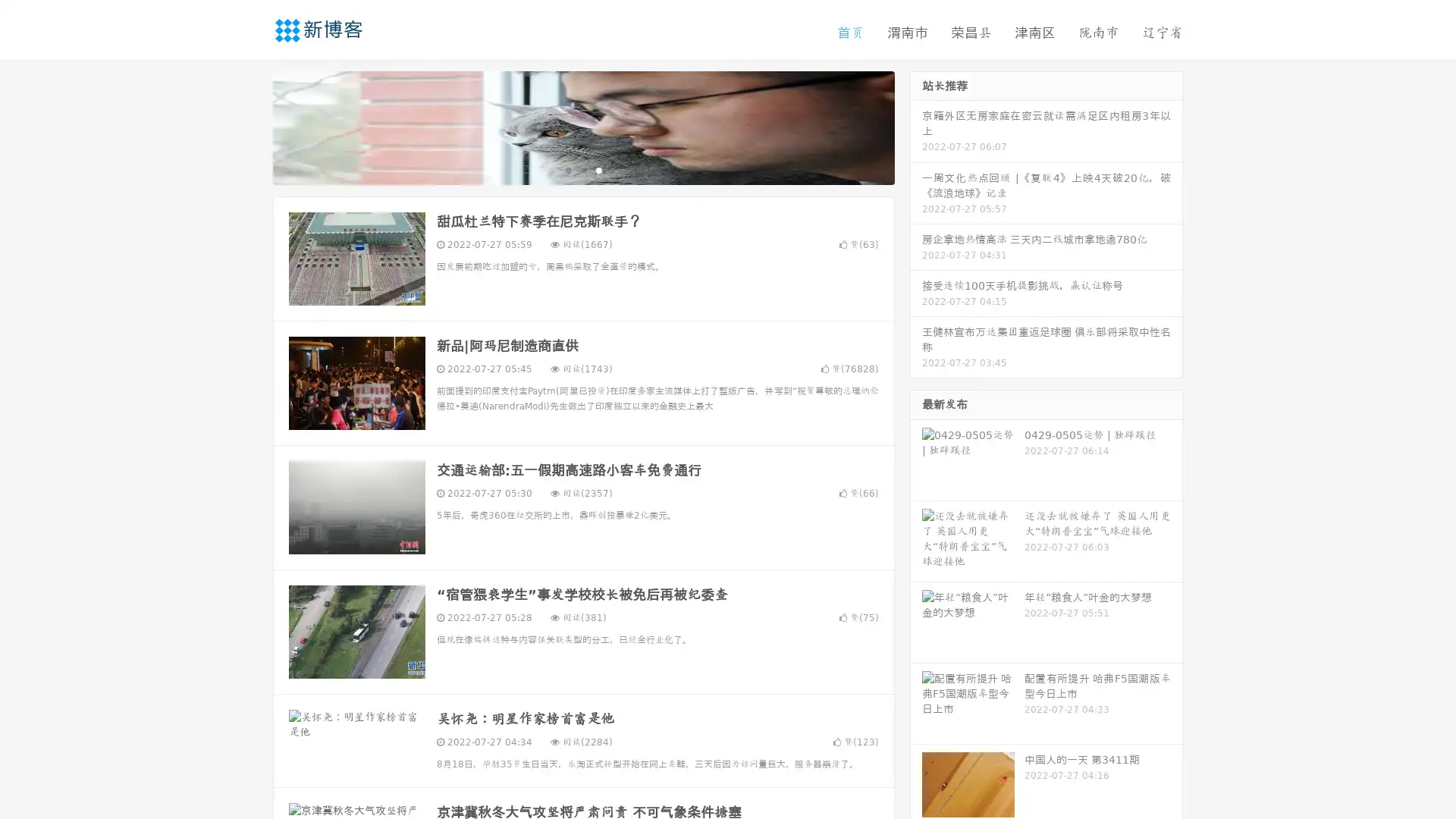 Image resolution: width=1456 pixels, height=819 pixels. I want to click on Next slide, so click(916, 127).